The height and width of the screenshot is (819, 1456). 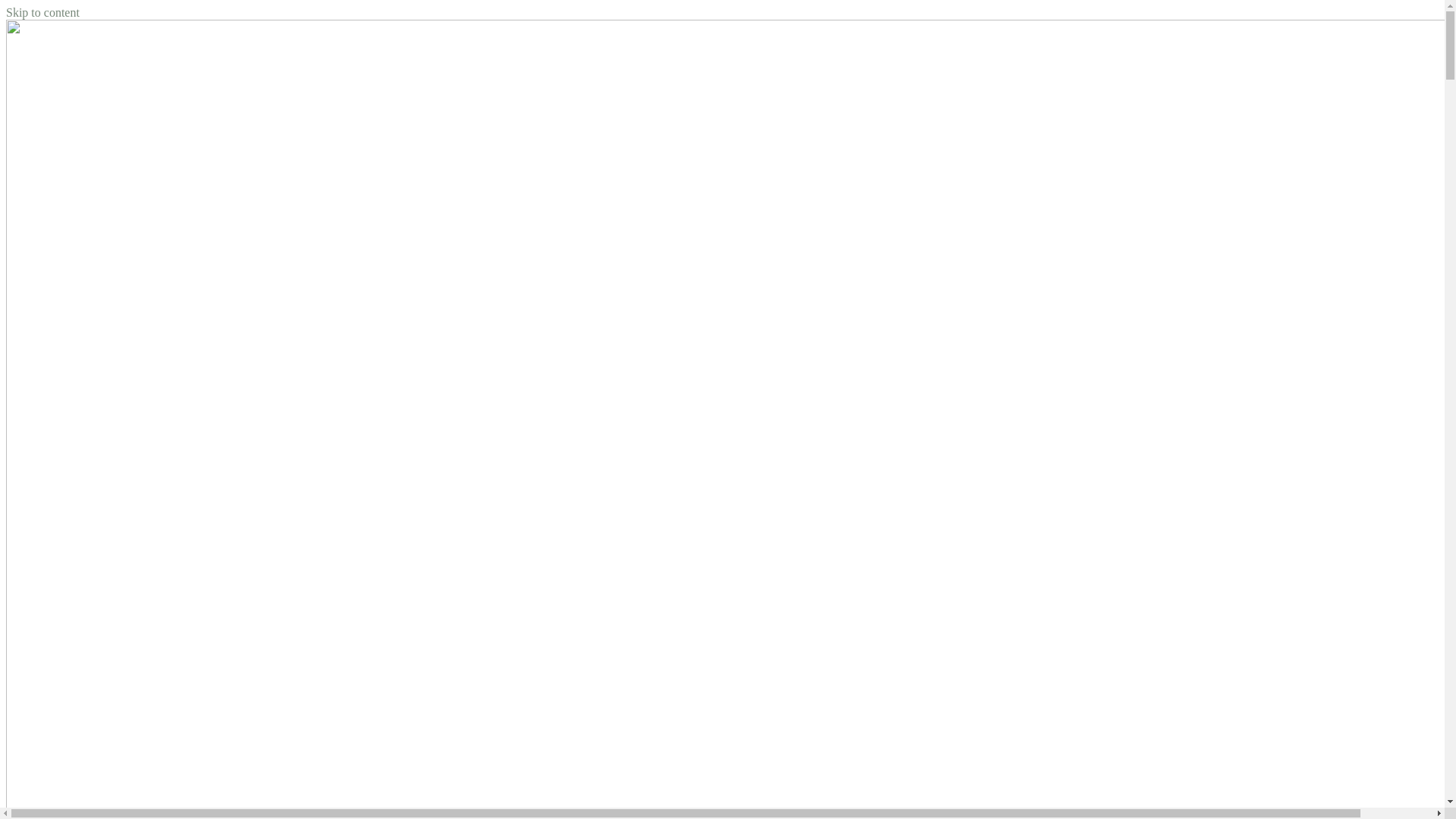 What do you see at coordinates (42, 12) in the screenshot?
I see `'Skip to content'` at bounding box center [42, 12].